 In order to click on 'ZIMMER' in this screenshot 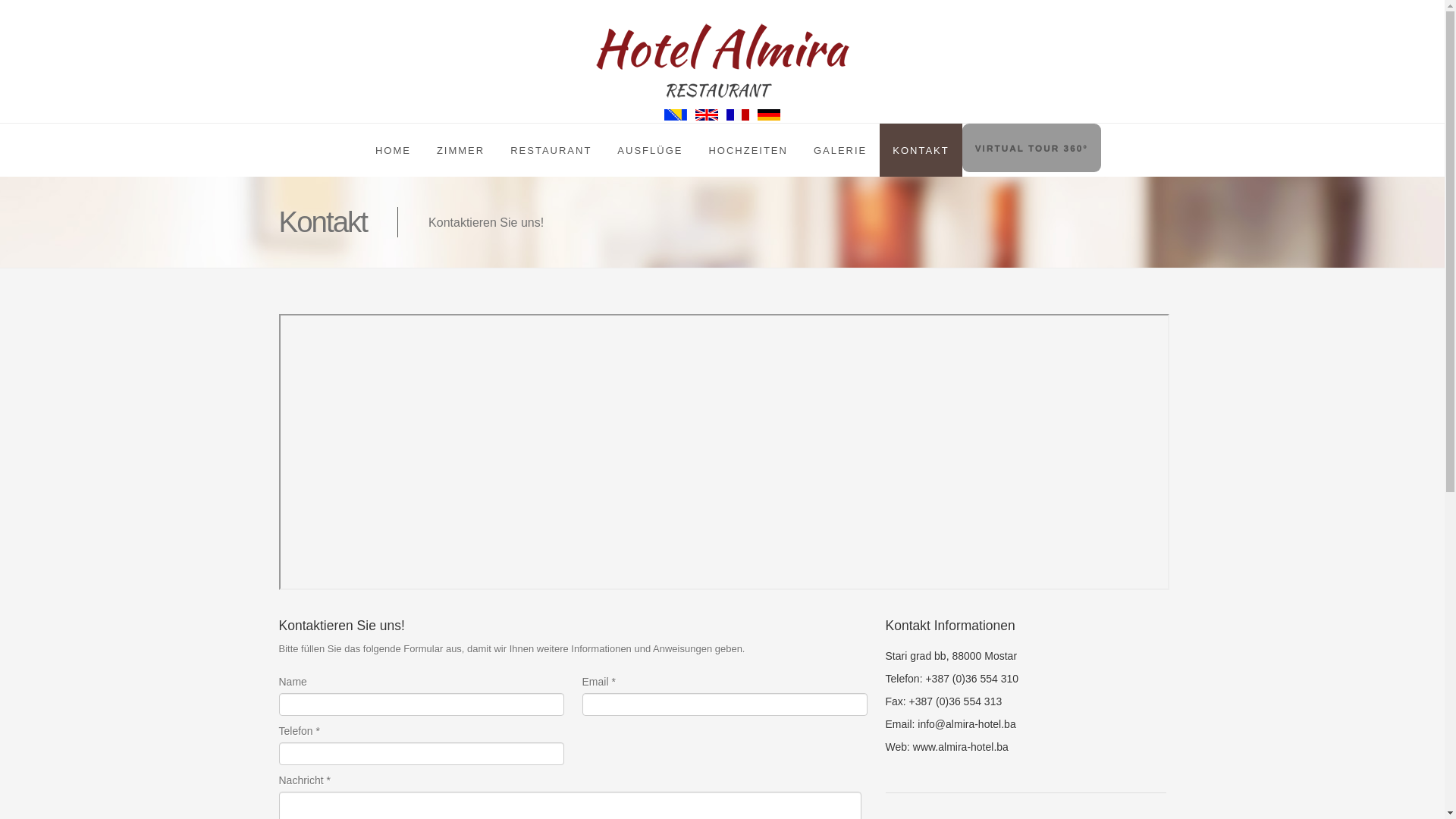, I will do `click(460, 149)`.